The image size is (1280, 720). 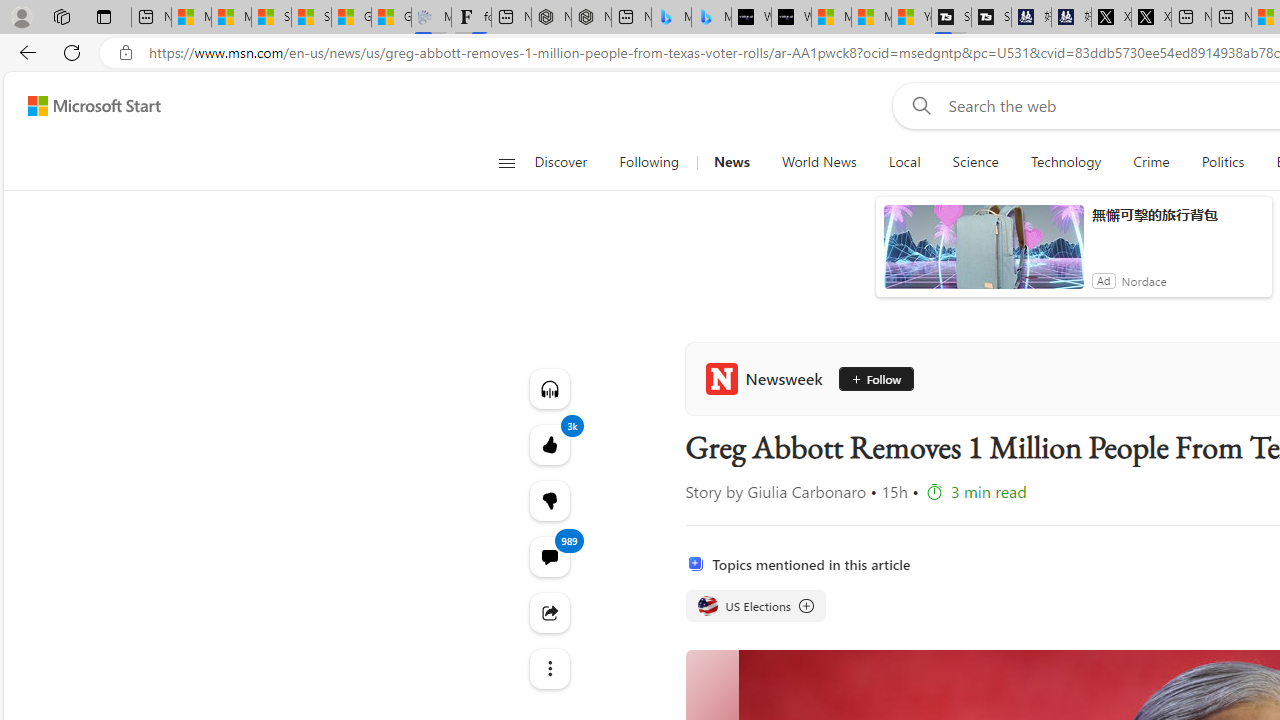 What do you see at coordinates (869, 379) in the screenshot?
I see `'Follow'` at bounding box center [869, 379].